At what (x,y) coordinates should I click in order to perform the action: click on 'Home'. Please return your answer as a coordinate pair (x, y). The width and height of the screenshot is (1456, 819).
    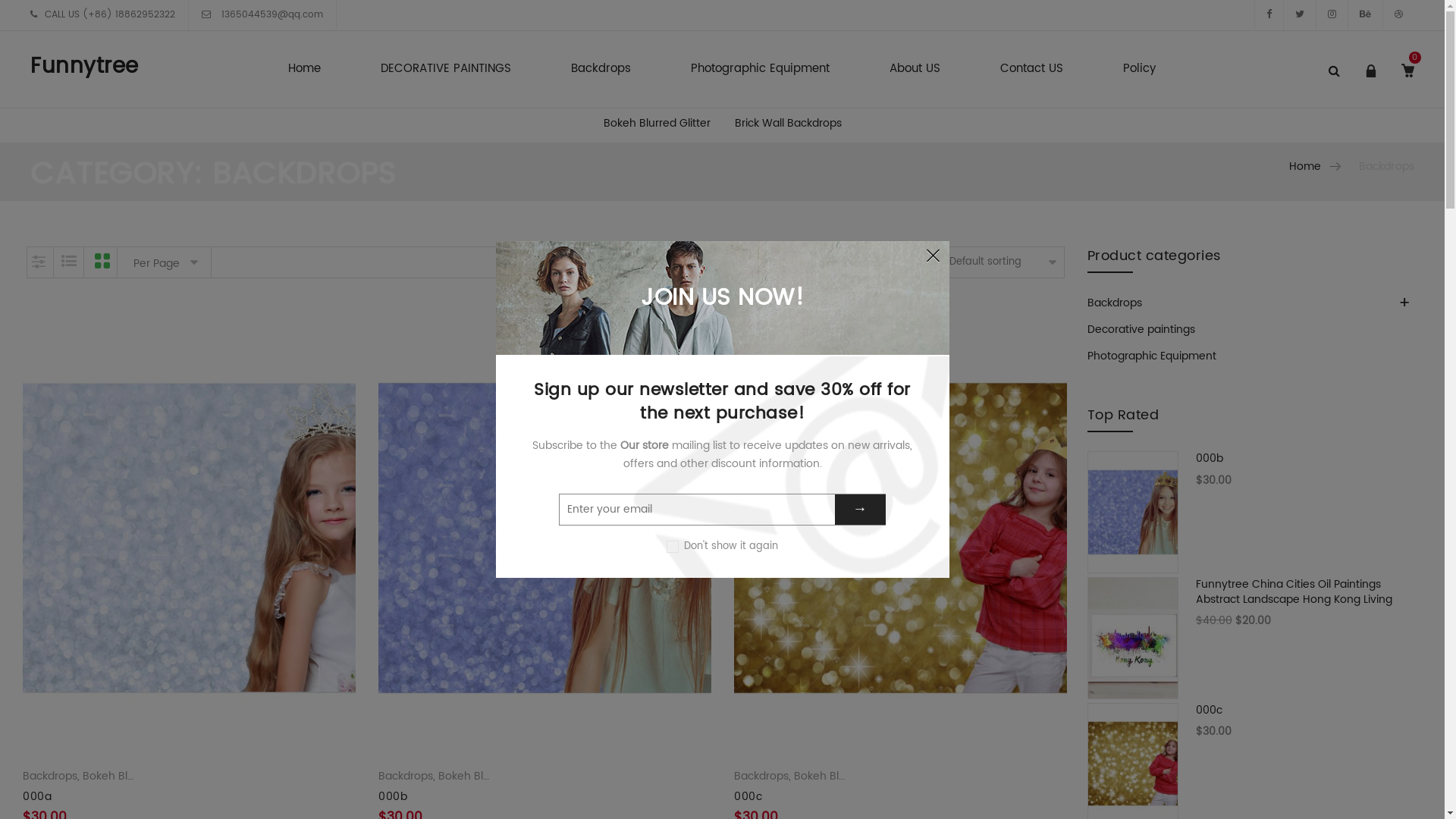
    Looking at the image, I should click on (303, 70).